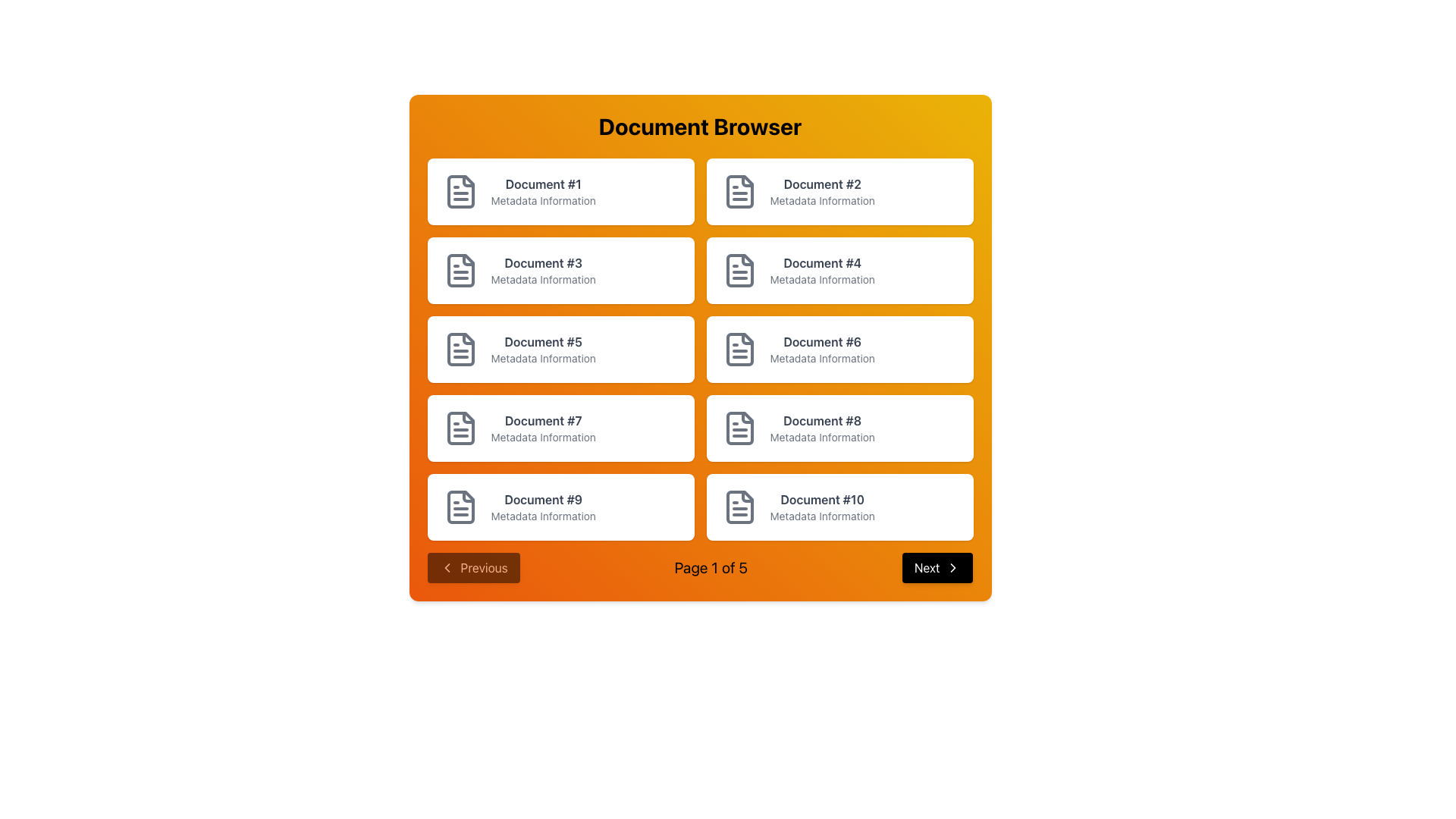 This screenshot has height=819, width=1456. Describe the element at coordinates (460, 428) in the screenshot. I see `the simplified document icon, a grey outline with a folded corner, located in the third row, first column of the document list` at that location.